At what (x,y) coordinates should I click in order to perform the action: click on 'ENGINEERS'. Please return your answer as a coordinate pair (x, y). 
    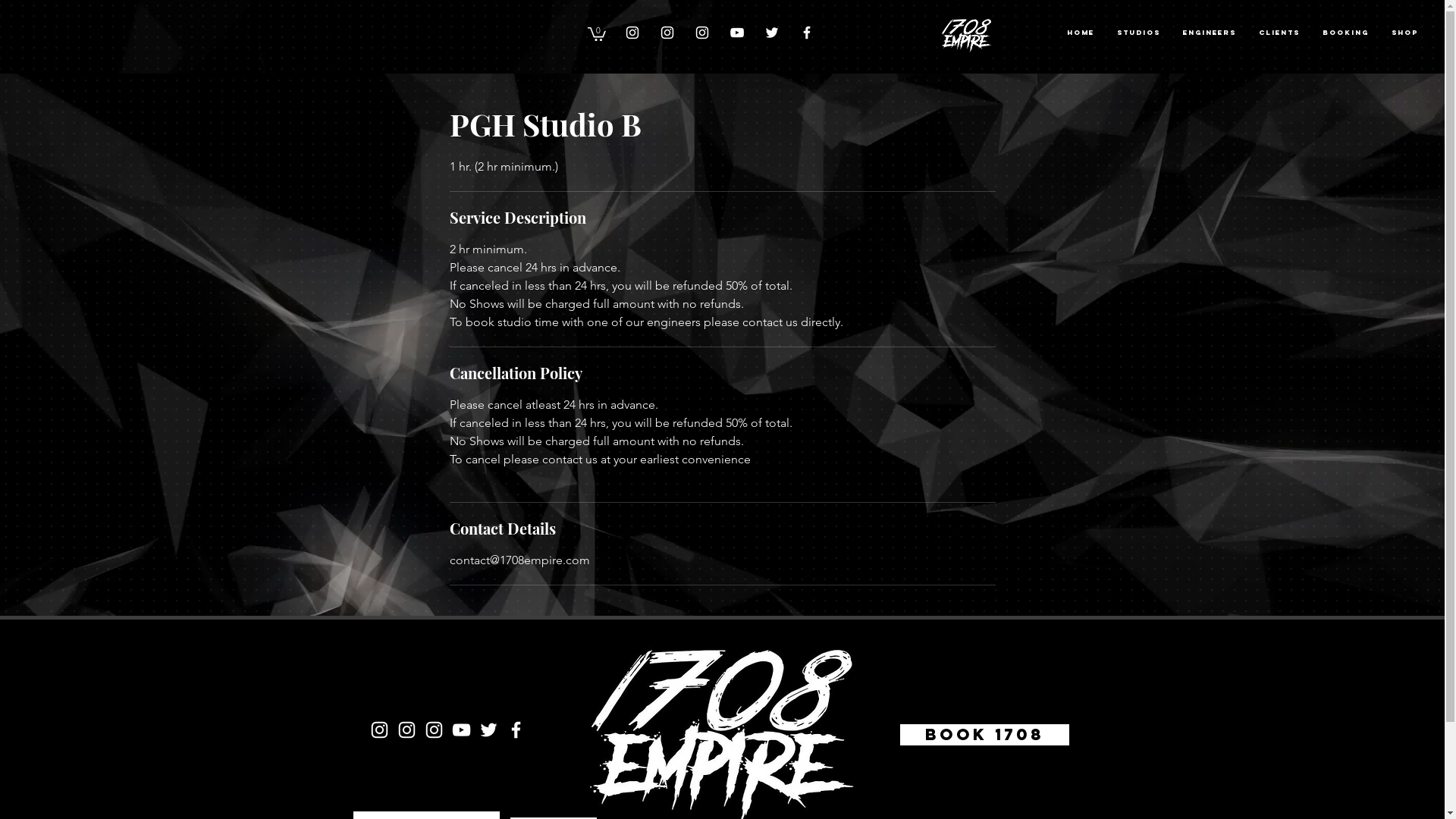
    Looking at the image, I should click on (1208, 32).